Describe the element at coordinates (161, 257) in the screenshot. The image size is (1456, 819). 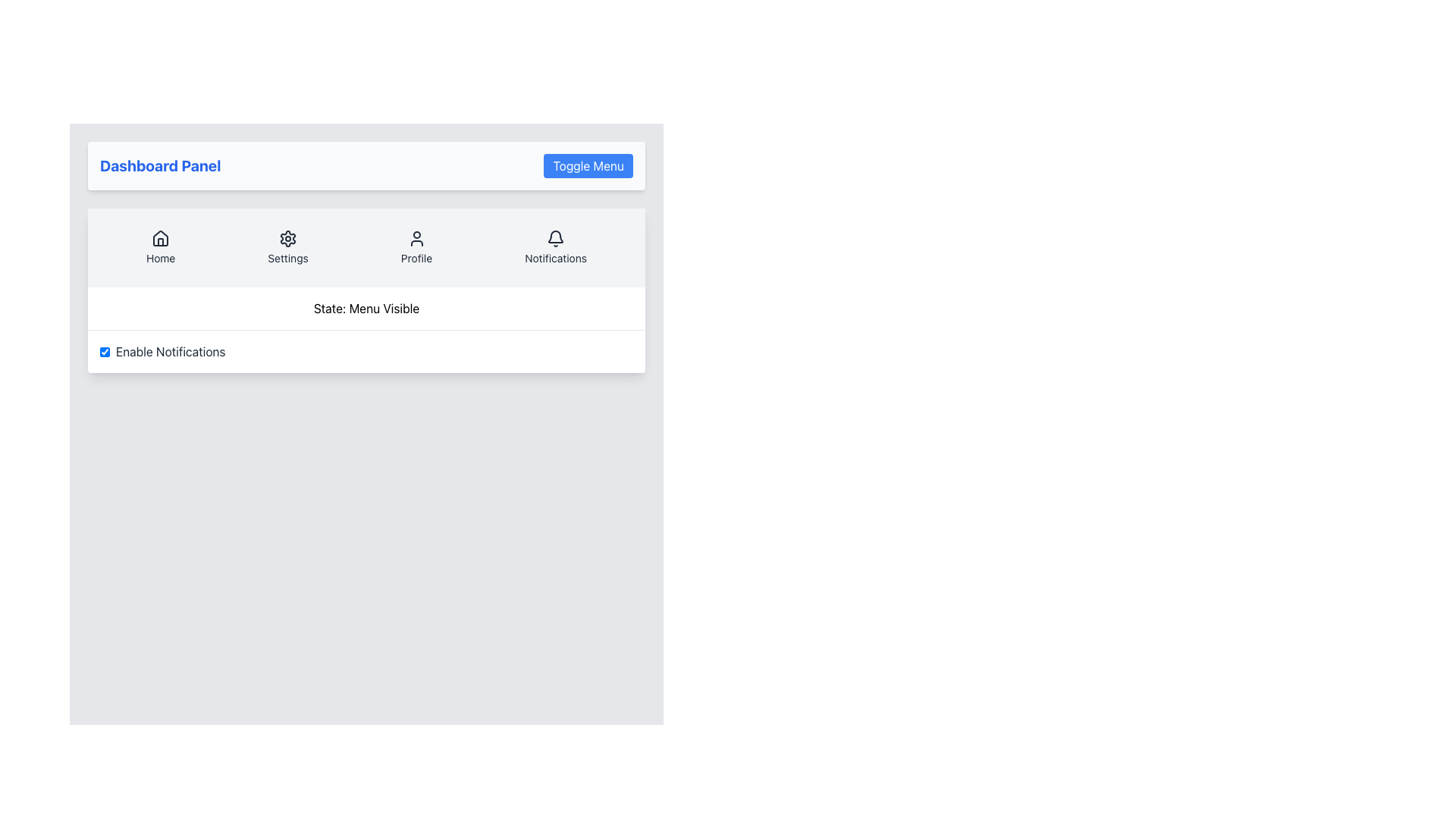
I see `the 'Home' text label located below the house-shaped icon in the top menu section of the navigation buttons` at that location.